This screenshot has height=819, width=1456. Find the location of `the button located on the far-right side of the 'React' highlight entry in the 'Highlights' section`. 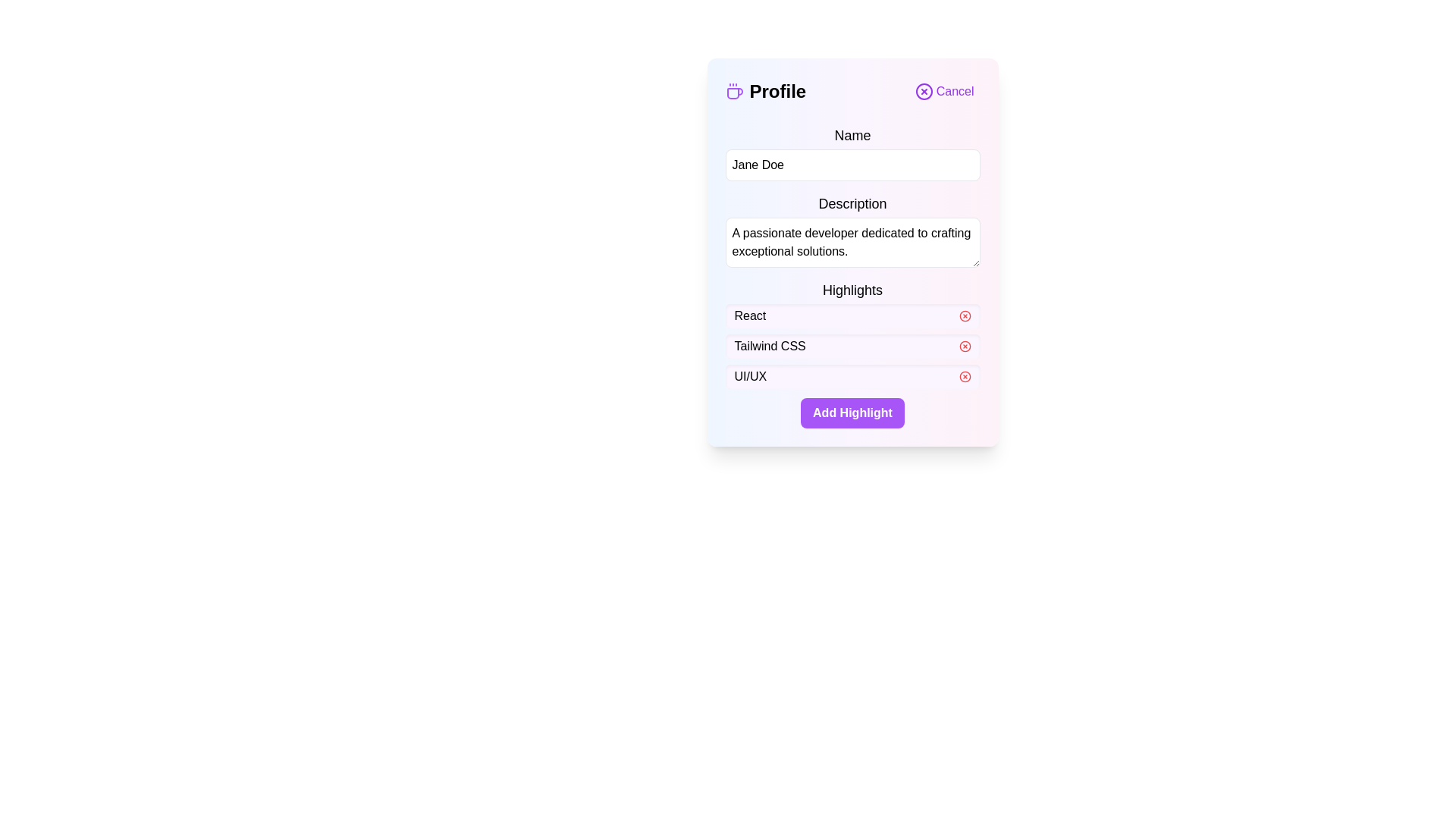

the button located on the far-right side of the 'React' highlight entry in the 'Highlights' section is located at coordinates (964, 315).